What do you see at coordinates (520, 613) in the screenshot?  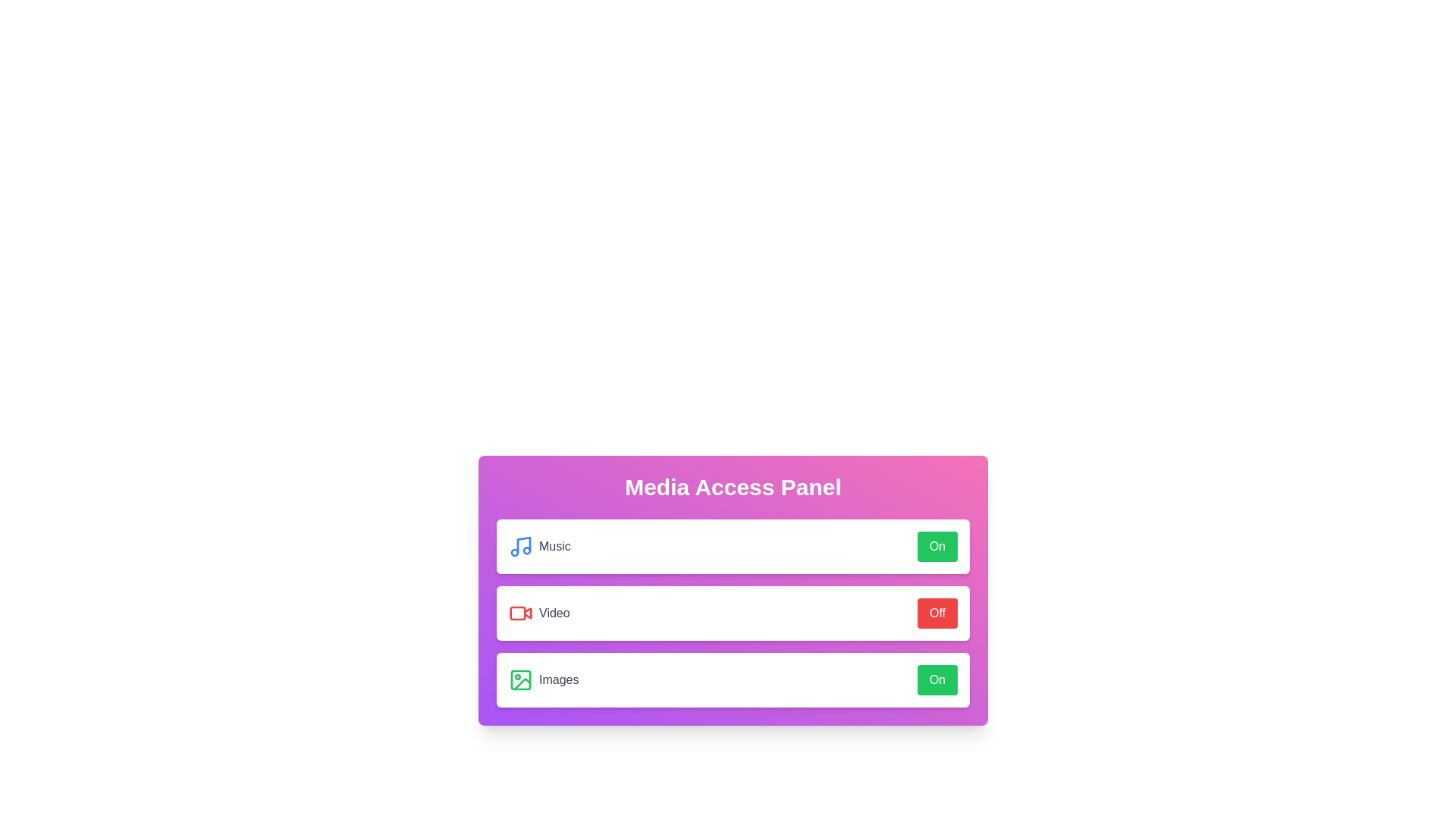 I see `the video icon to interact visually` at bounding box center [520, 613].